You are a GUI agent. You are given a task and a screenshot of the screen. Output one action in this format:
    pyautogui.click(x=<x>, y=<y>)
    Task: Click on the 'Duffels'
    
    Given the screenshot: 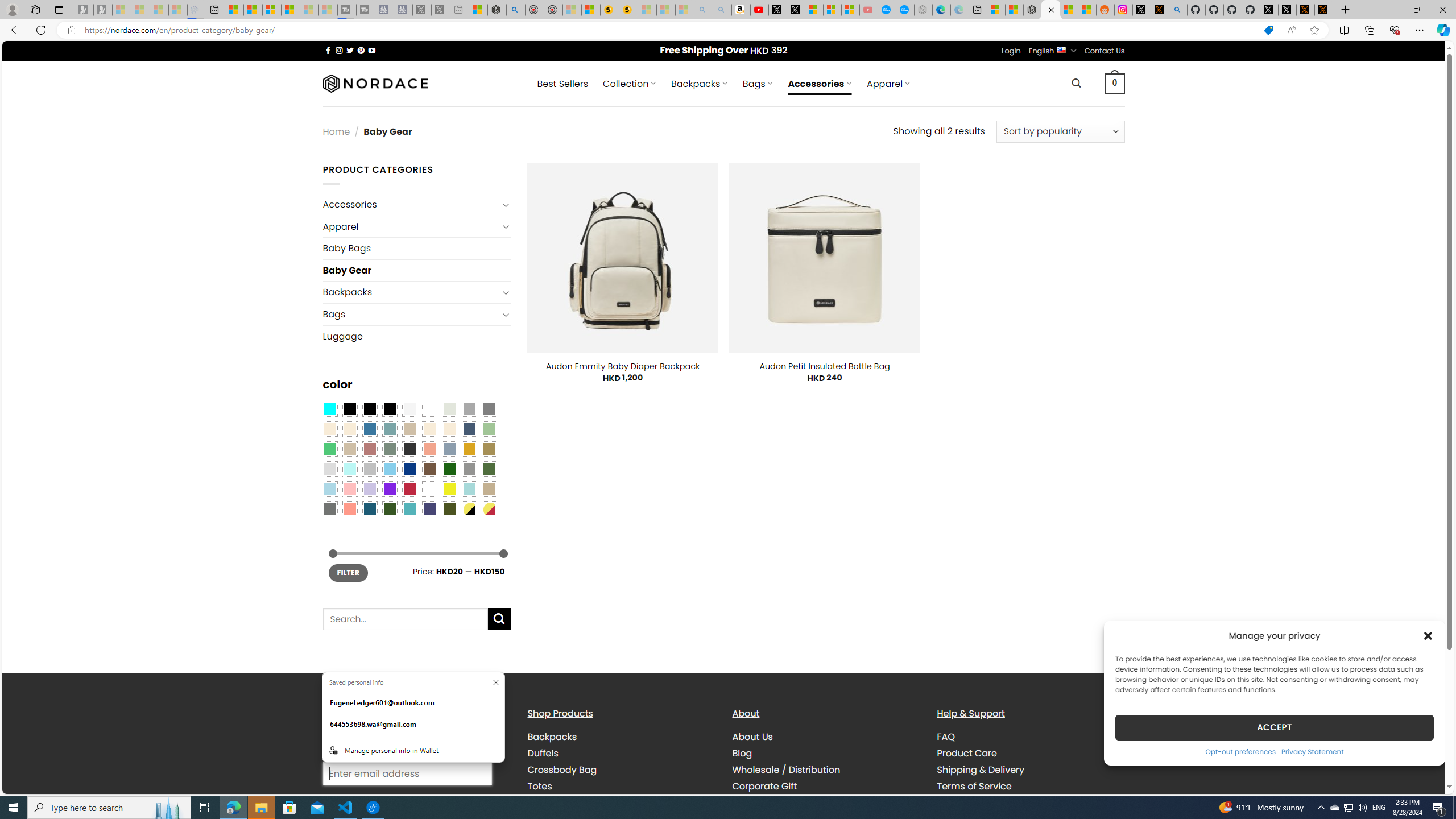 What is the action you would take?
    pyautogui.click(x=542, y=753)
    